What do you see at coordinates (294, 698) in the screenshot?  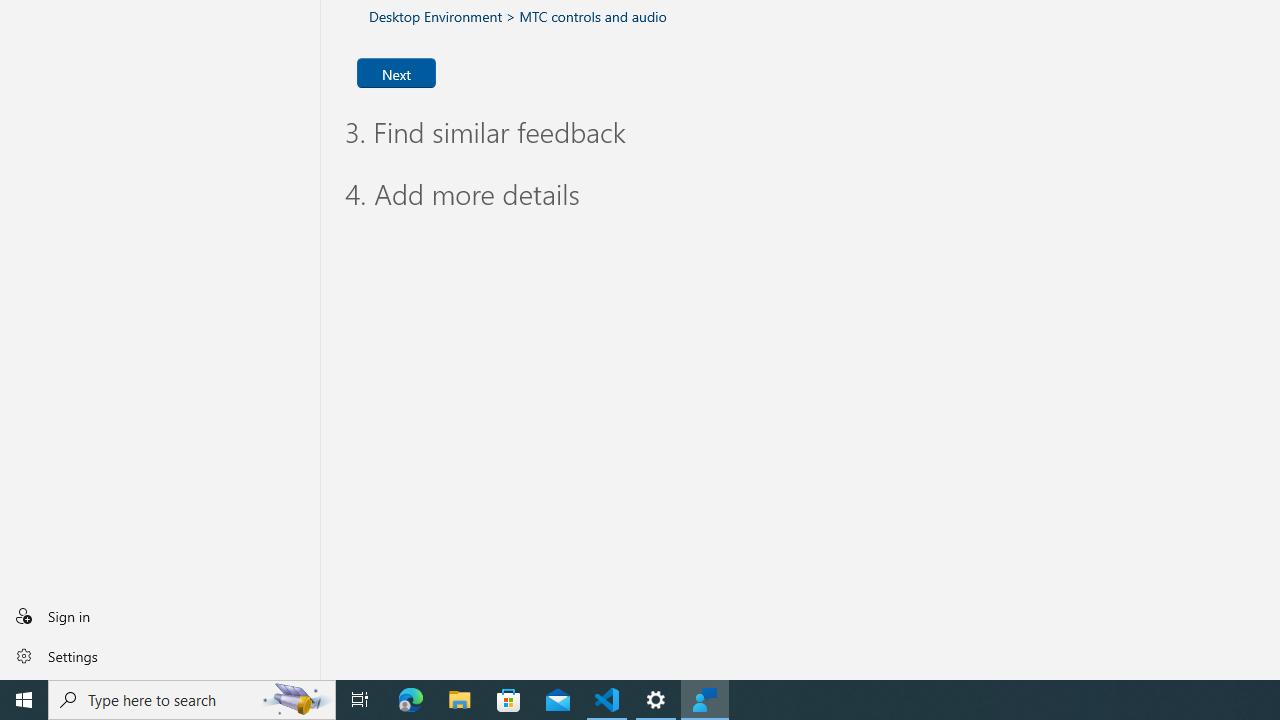 I see `'Search highlights icon opens search home window'` at bounding box center [294, 698].